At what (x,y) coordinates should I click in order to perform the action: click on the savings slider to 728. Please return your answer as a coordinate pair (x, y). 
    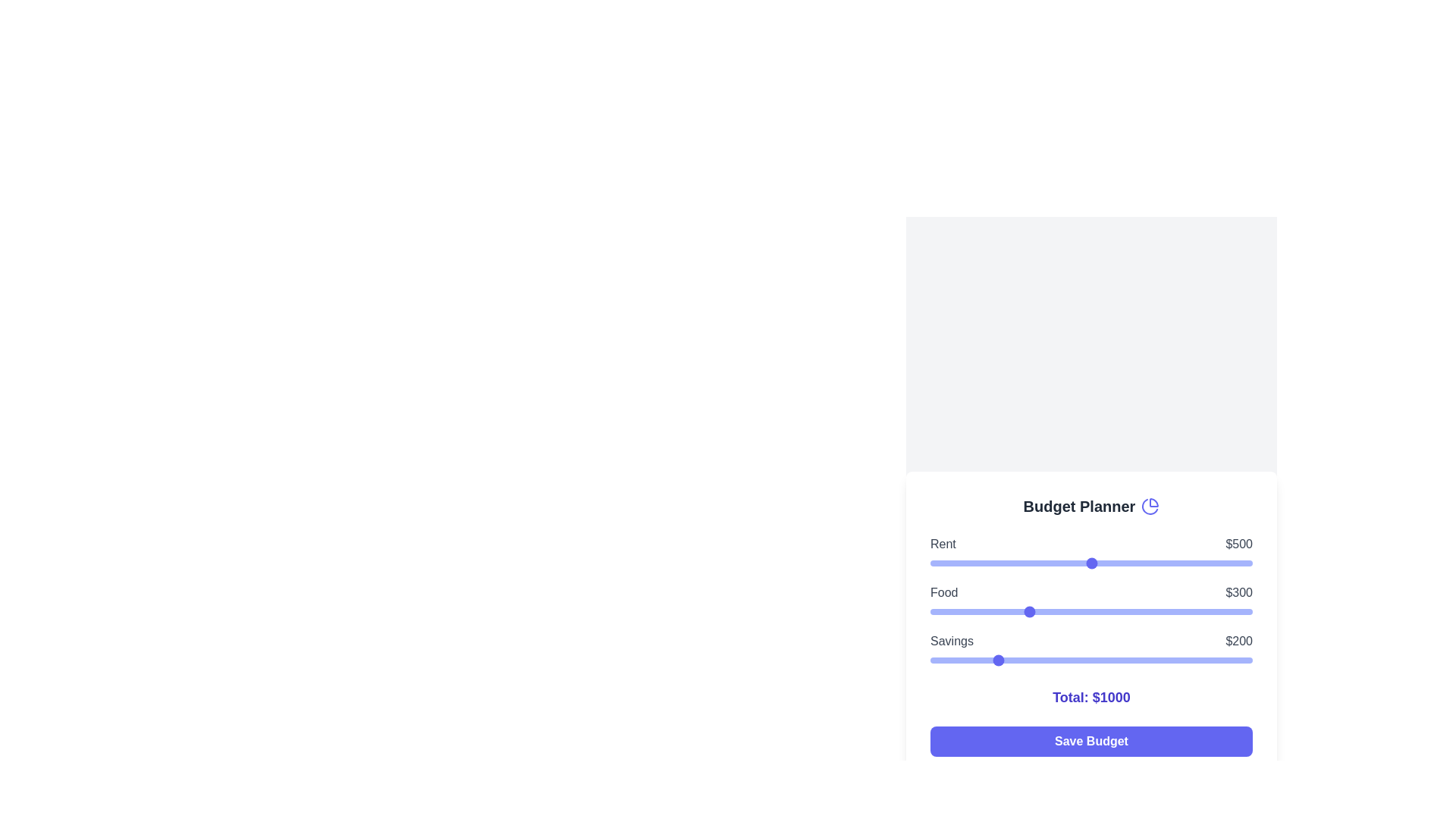
    Looking at the image, I should click on (1164, 660).